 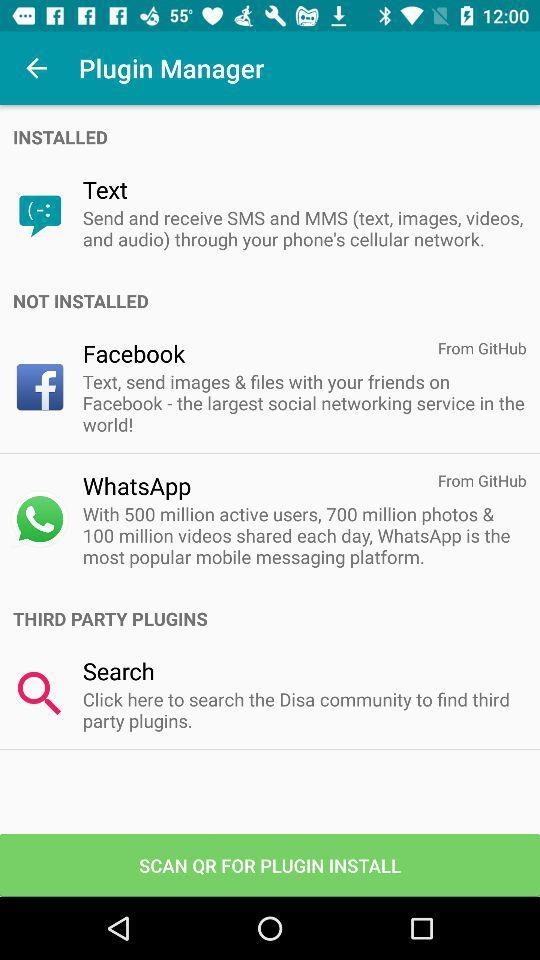 What do you see at coordinates (303, 534) in the screenshot?
I see `the with 500 million icon` at bounding box center [303, 534].